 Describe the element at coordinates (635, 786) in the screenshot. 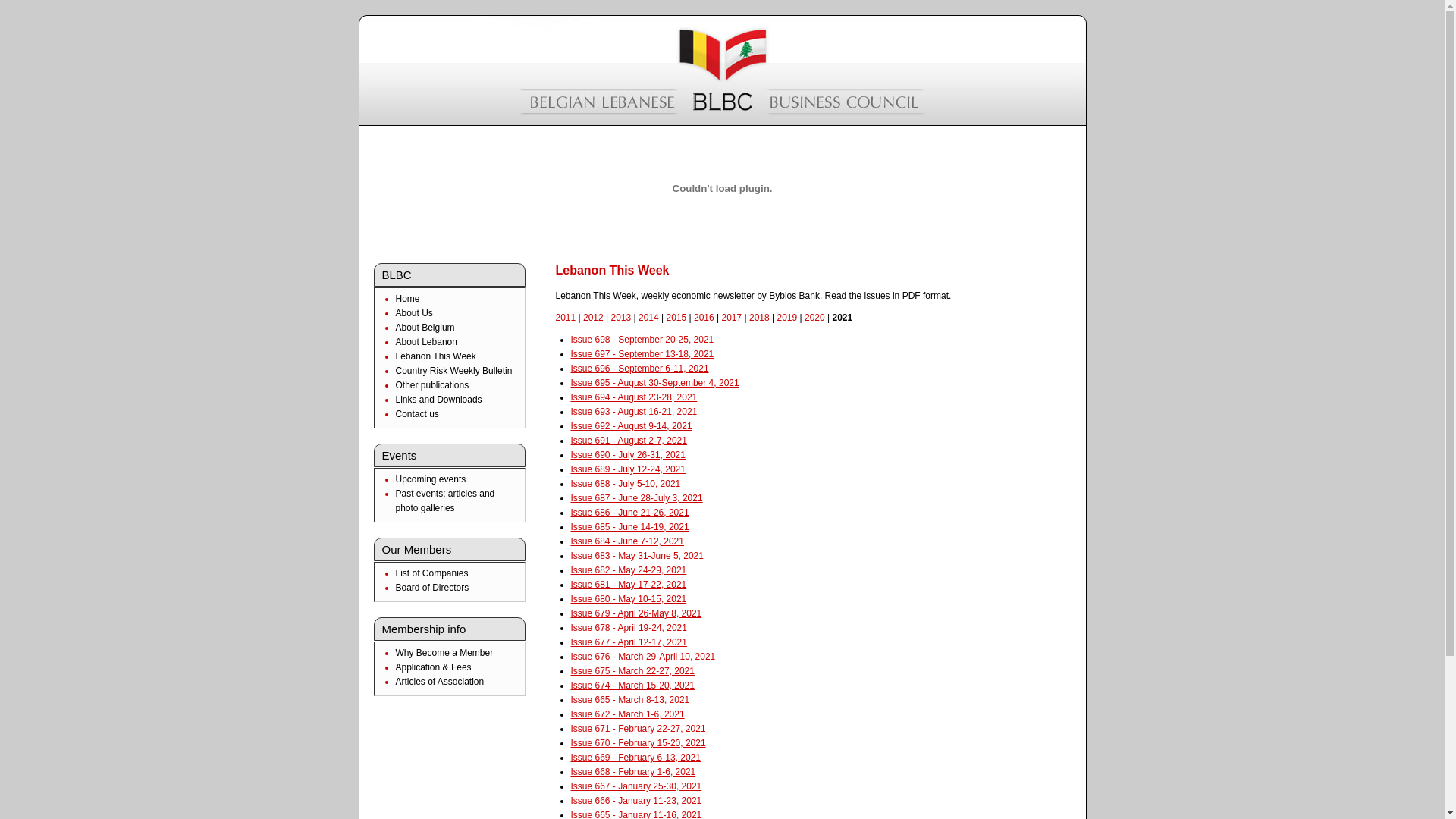

I see `'Issue 667 - January 25-30, 2021'` at that location.